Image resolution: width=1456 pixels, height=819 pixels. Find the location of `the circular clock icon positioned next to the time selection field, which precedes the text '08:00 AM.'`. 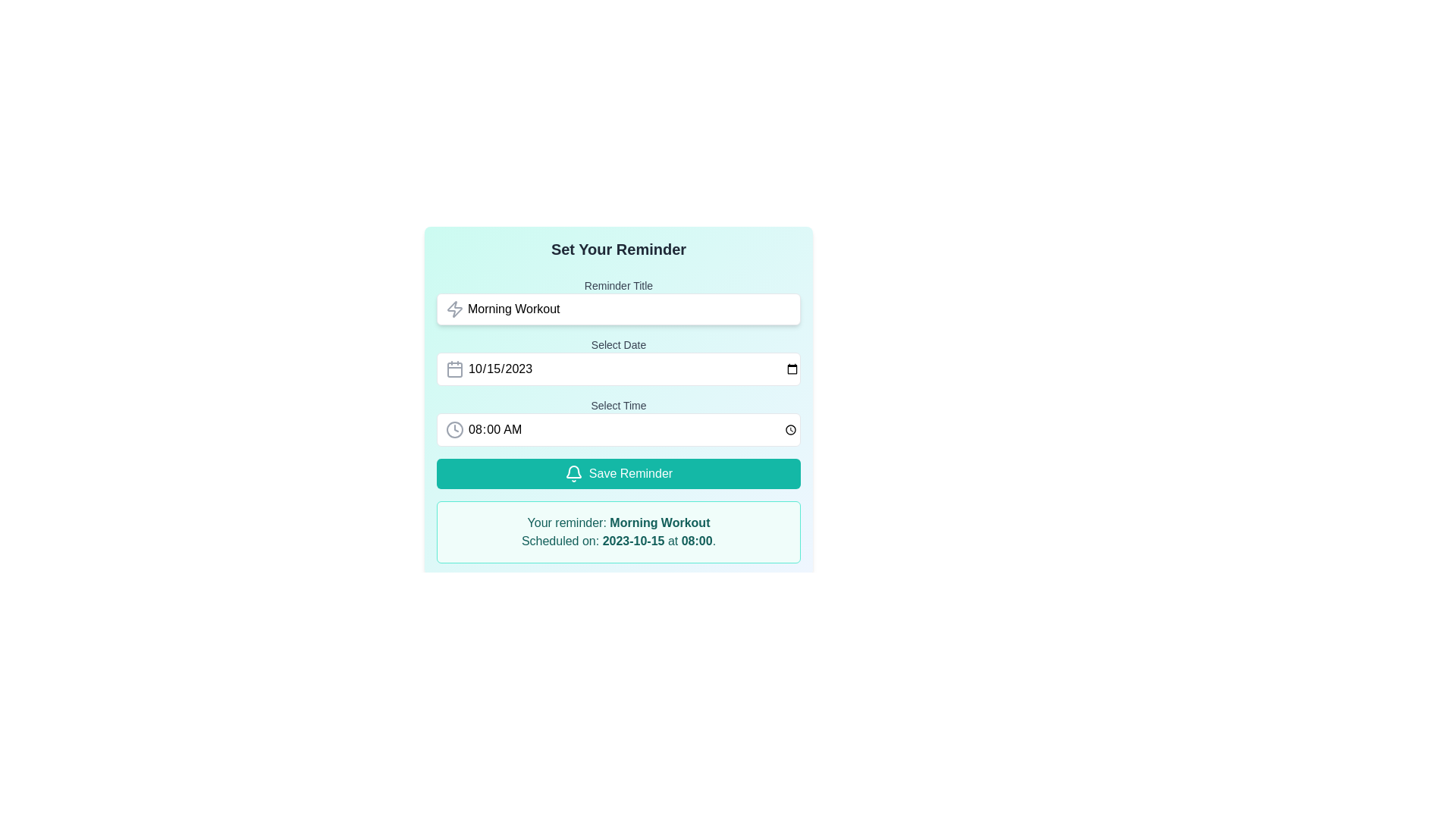

the circular clock icon positioned next to the time selection field, which precedes the text '08:00 AM.' is located at coordinates (454, 430).